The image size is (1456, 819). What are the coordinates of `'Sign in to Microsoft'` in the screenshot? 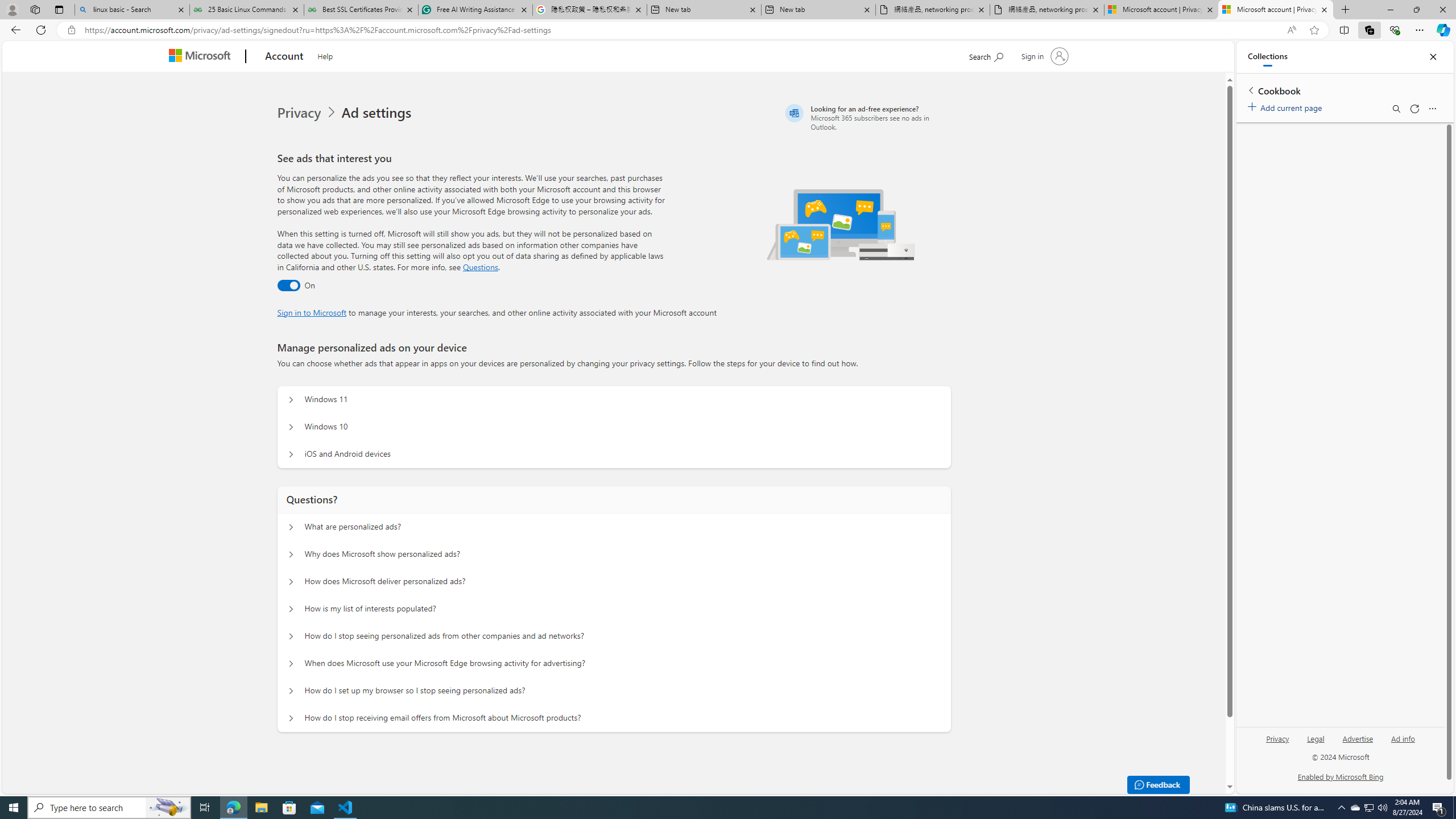 It's located at (311, 311).